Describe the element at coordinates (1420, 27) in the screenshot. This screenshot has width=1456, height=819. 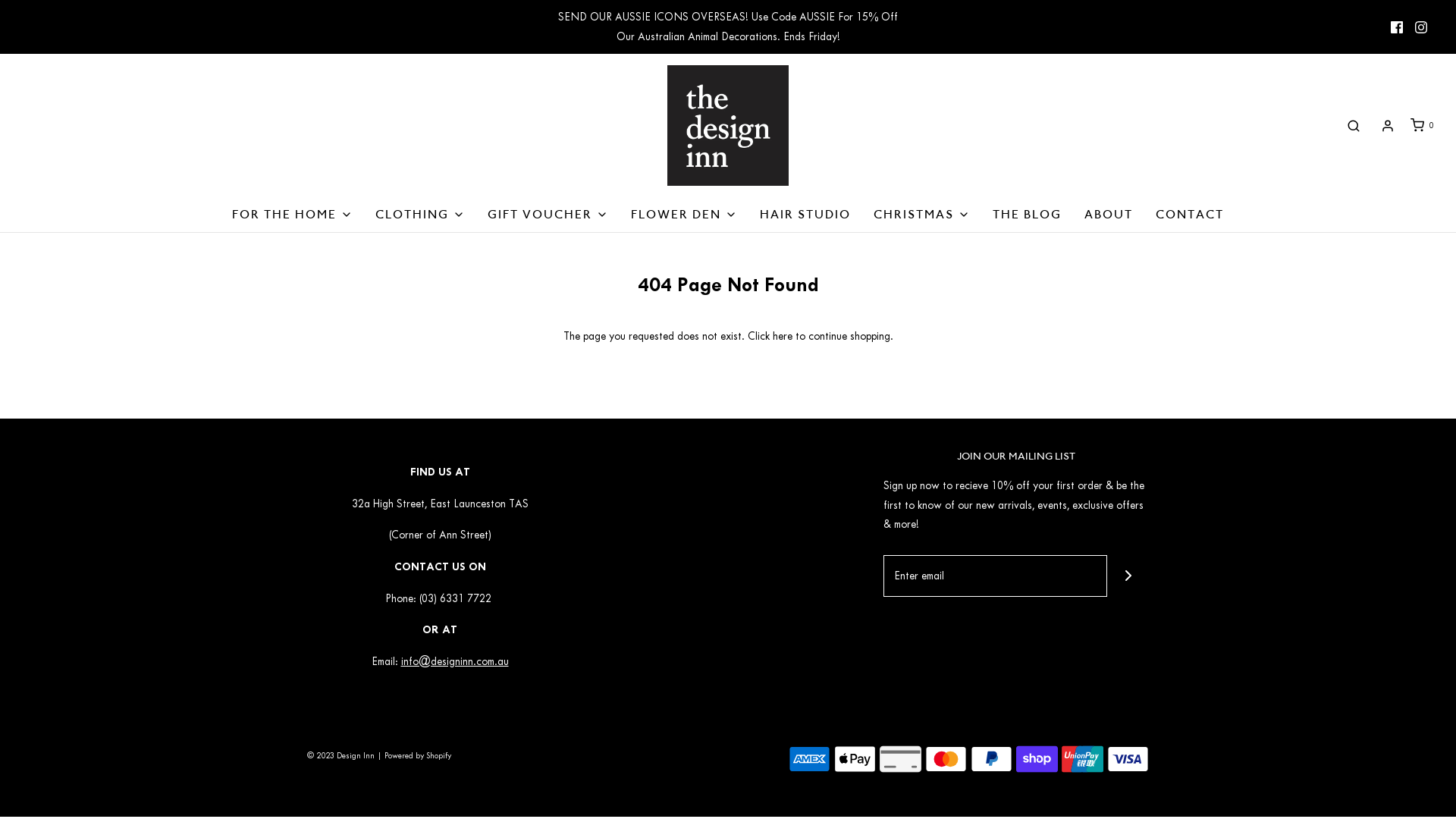
I see `'Instagram icon'` at that location.